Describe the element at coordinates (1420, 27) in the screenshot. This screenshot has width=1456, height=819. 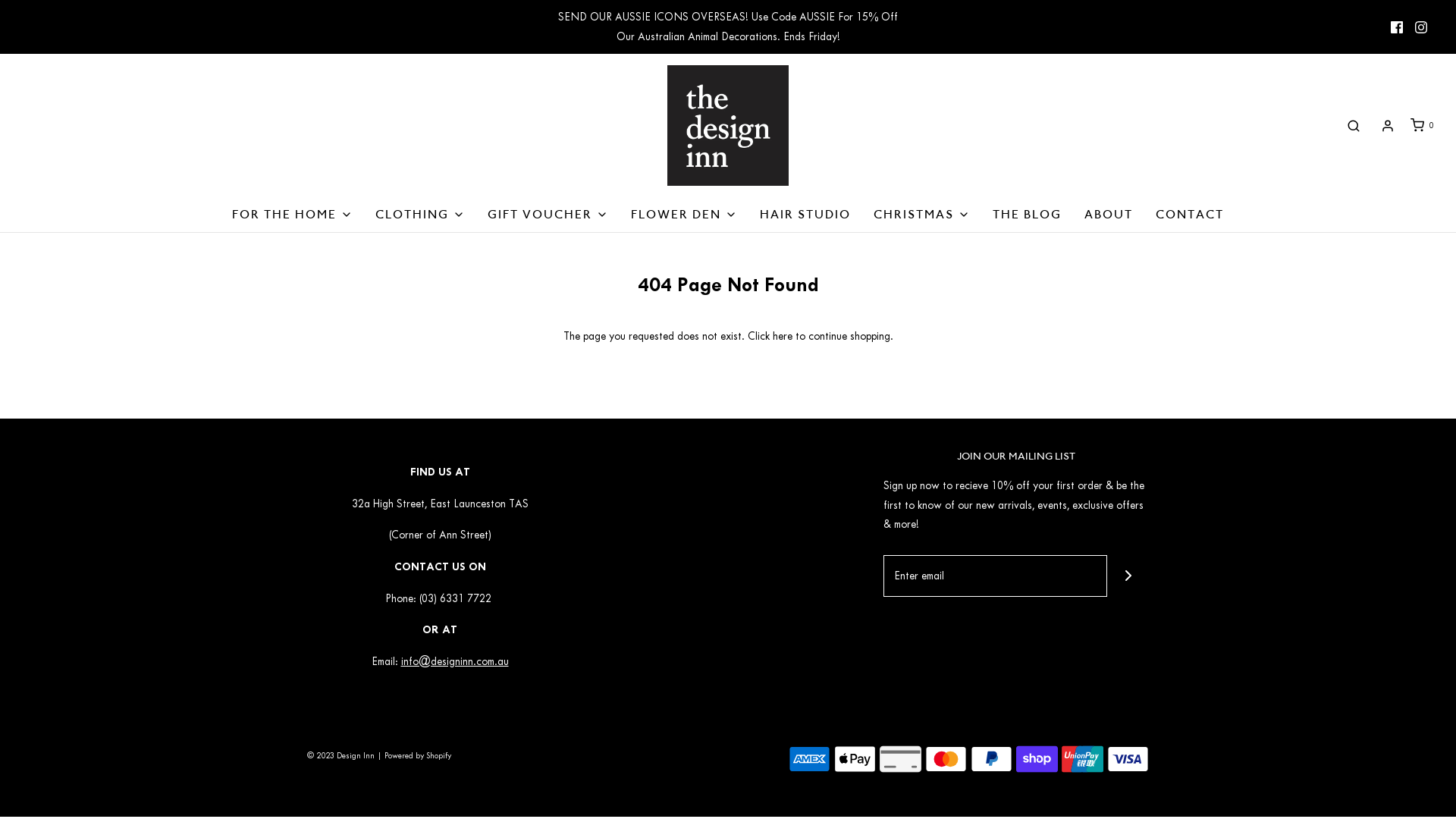
I see `'Instagram icon'` at that location.